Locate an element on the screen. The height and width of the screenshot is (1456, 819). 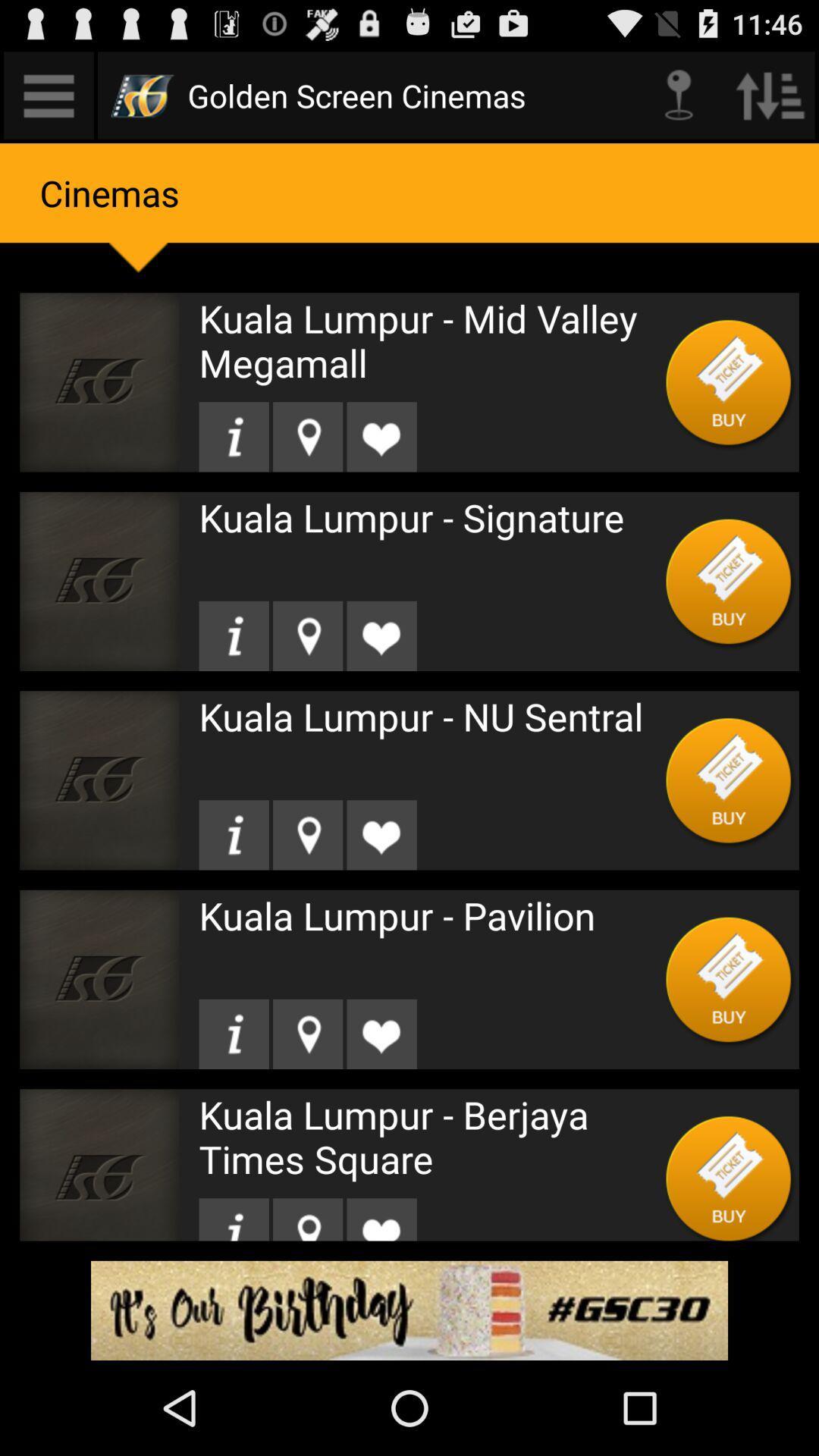
location button is located at coordinates (234, 436).